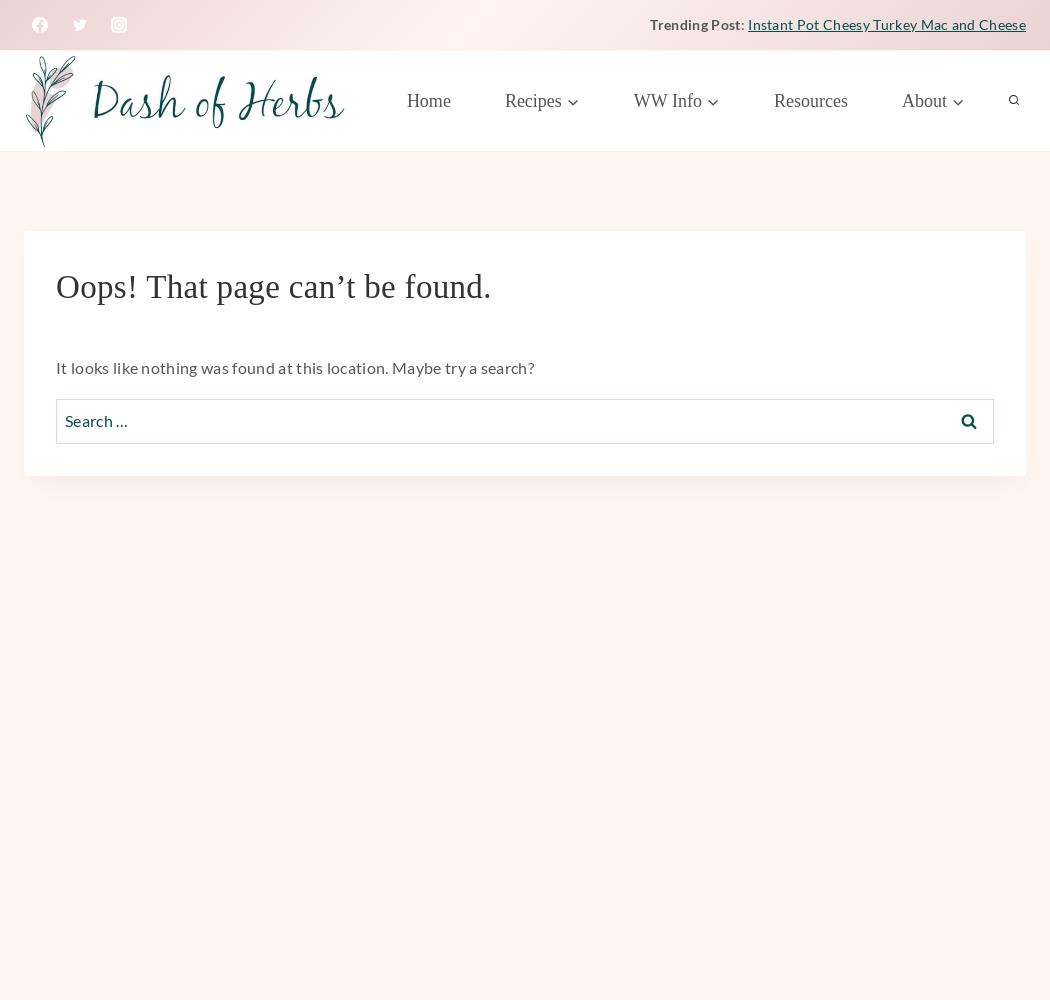 The image size is (1050, 1000). Describe the element at coordinates (532, 99) in the screenshot. I see `'Recipes'` at that location.